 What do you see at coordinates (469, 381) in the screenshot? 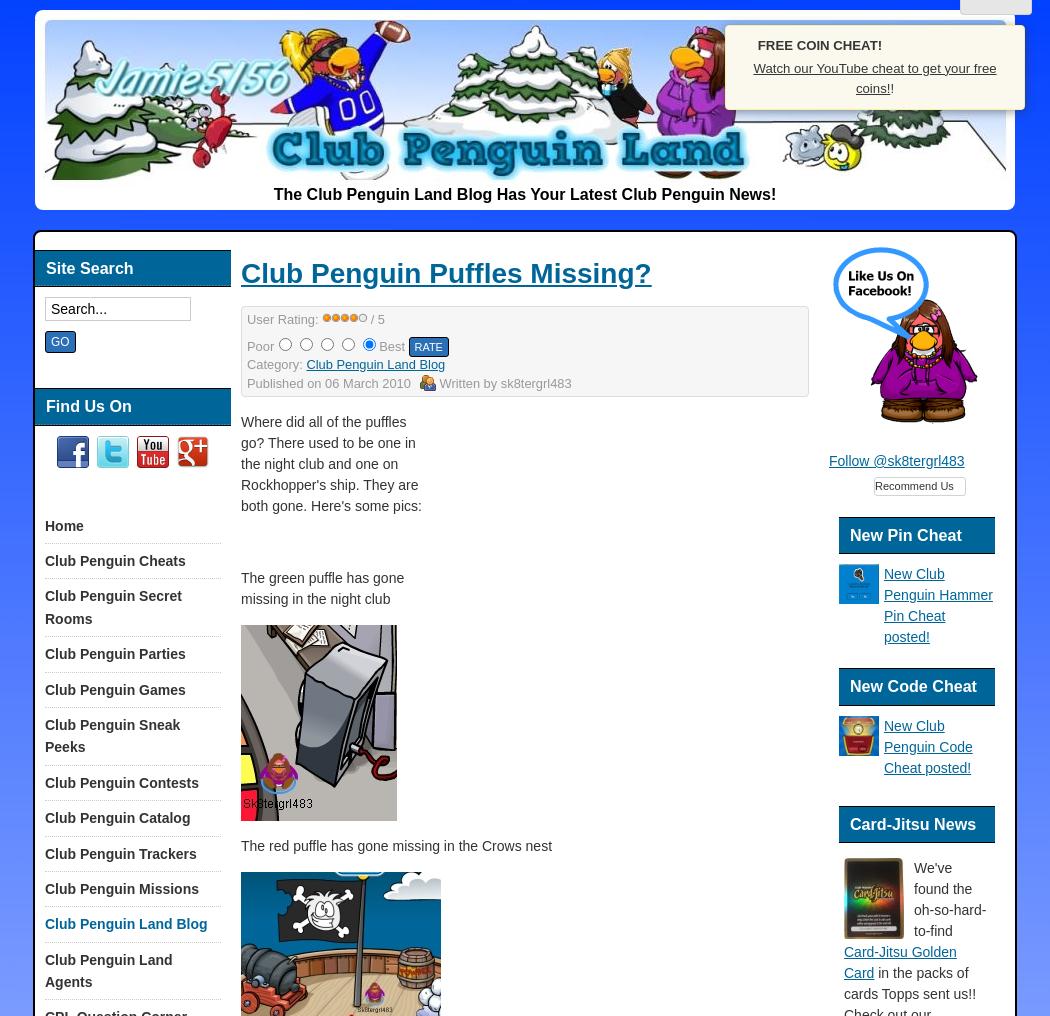
I see `'Written by'` at bounding box center [469, 381].